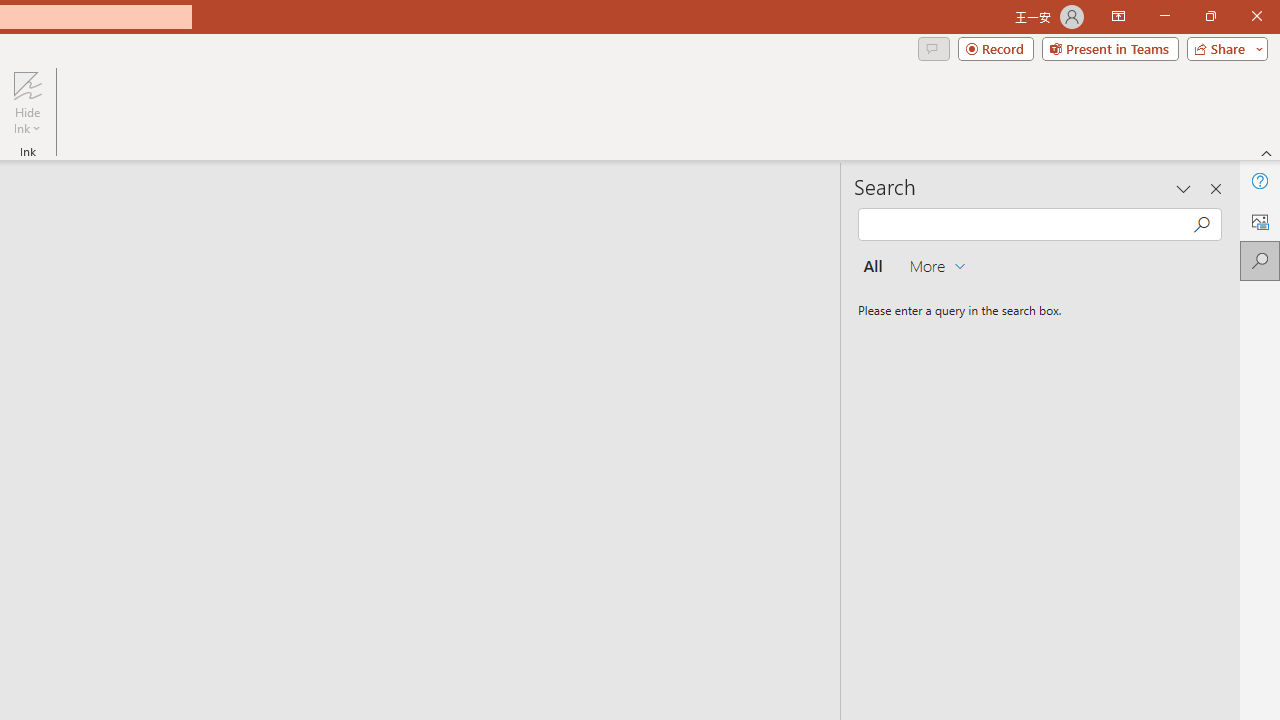 The width and height of the screenshot is (1280, 720). I want to click on 'Hide Ink', so click(27, 103).